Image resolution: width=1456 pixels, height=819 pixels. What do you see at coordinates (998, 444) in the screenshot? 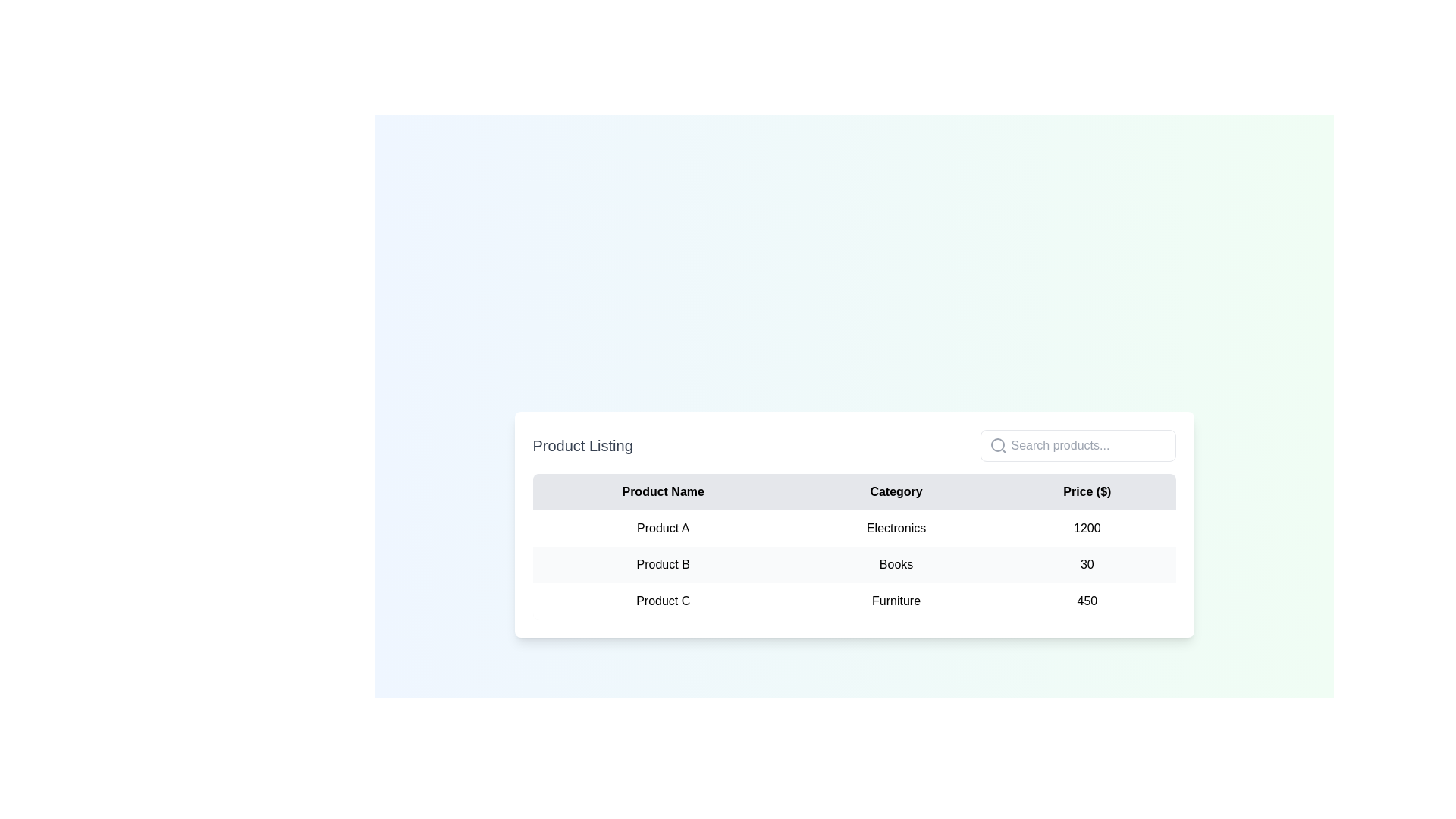
I see `the search icon located inside the input text field on the left side, which is positioned in the upper-right part of the interface, adjacent to the 'Product Listing' table` at bounding box center [998, 444].